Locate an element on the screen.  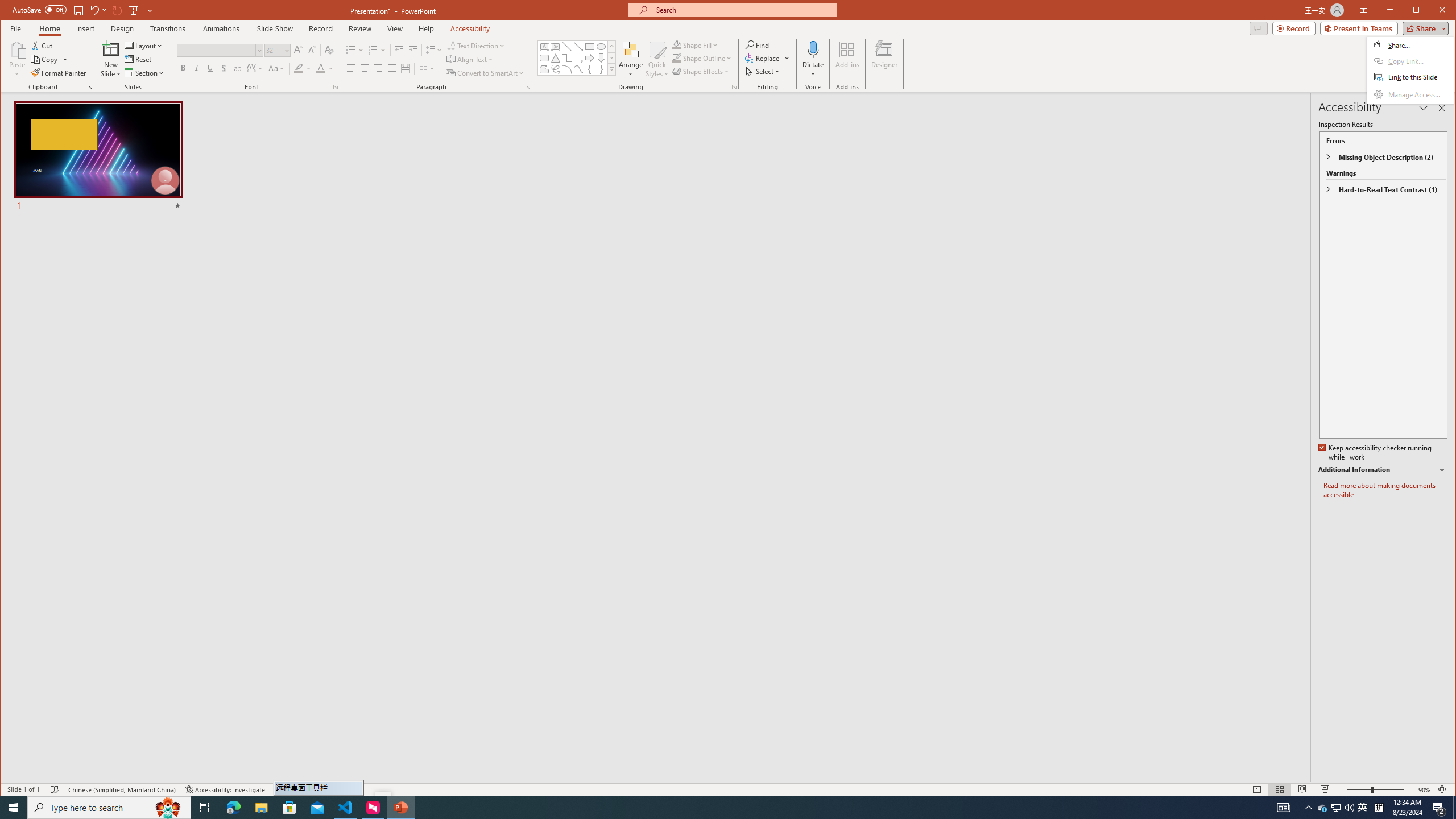
'Strikethrough' is located at coordinates (237, 68).